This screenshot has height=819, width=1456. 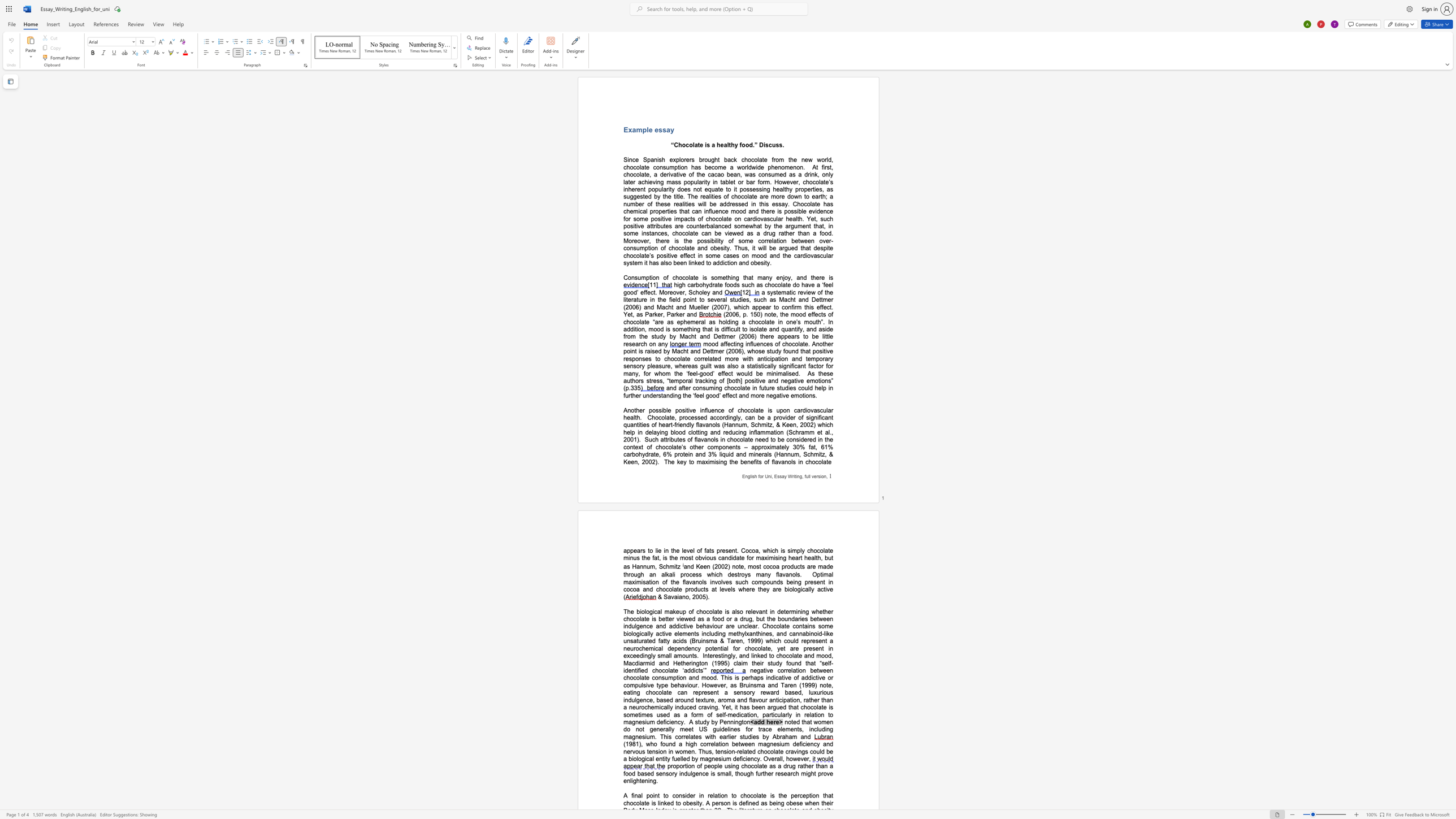 What do you see at coordinates (760, 721) in the screenshot?
I see `the space between the continuous character "d" and "d" in the text` at bounding box center [760, 721].